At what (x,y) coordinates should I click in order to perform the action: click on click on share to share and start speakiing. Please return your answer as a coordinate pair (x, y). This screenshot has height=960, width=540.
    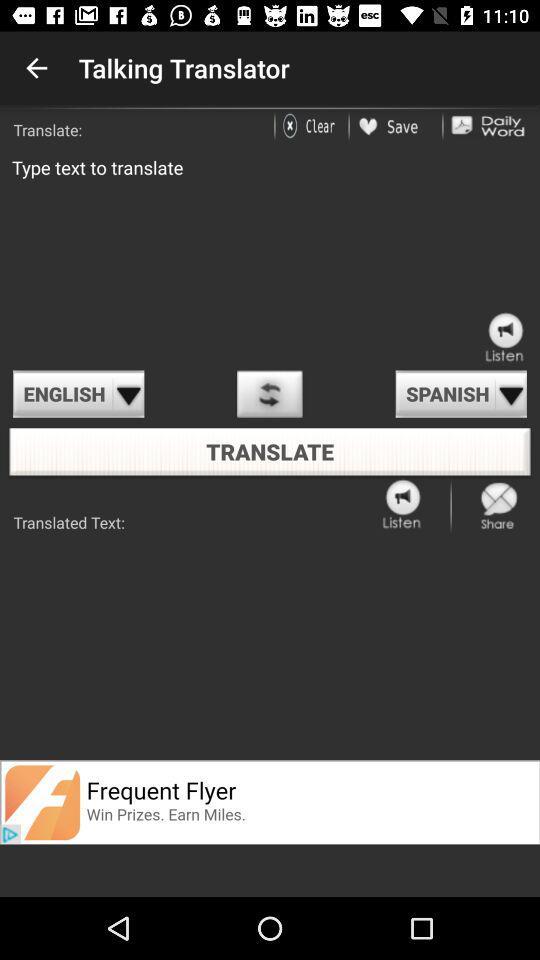
    Looking at the image, I should click on (498, 504).